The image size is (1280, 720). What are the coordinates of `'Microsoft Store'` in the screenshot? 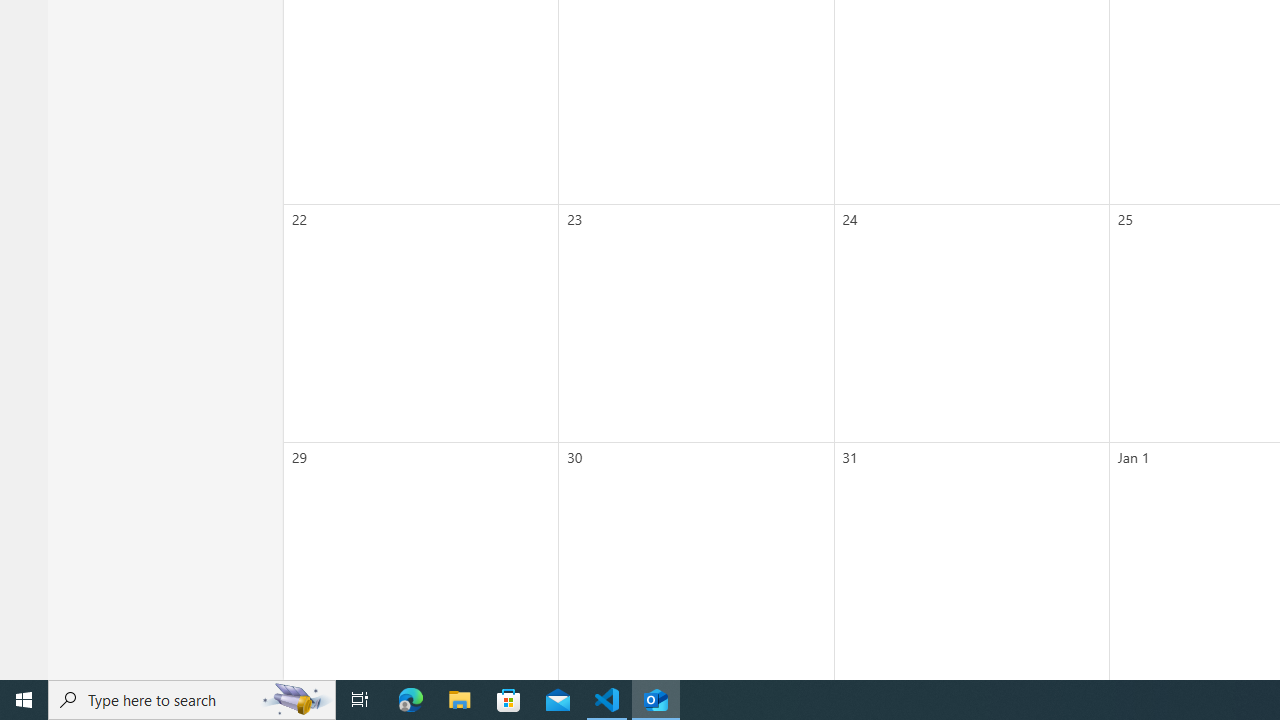 It's located at (509, 698).